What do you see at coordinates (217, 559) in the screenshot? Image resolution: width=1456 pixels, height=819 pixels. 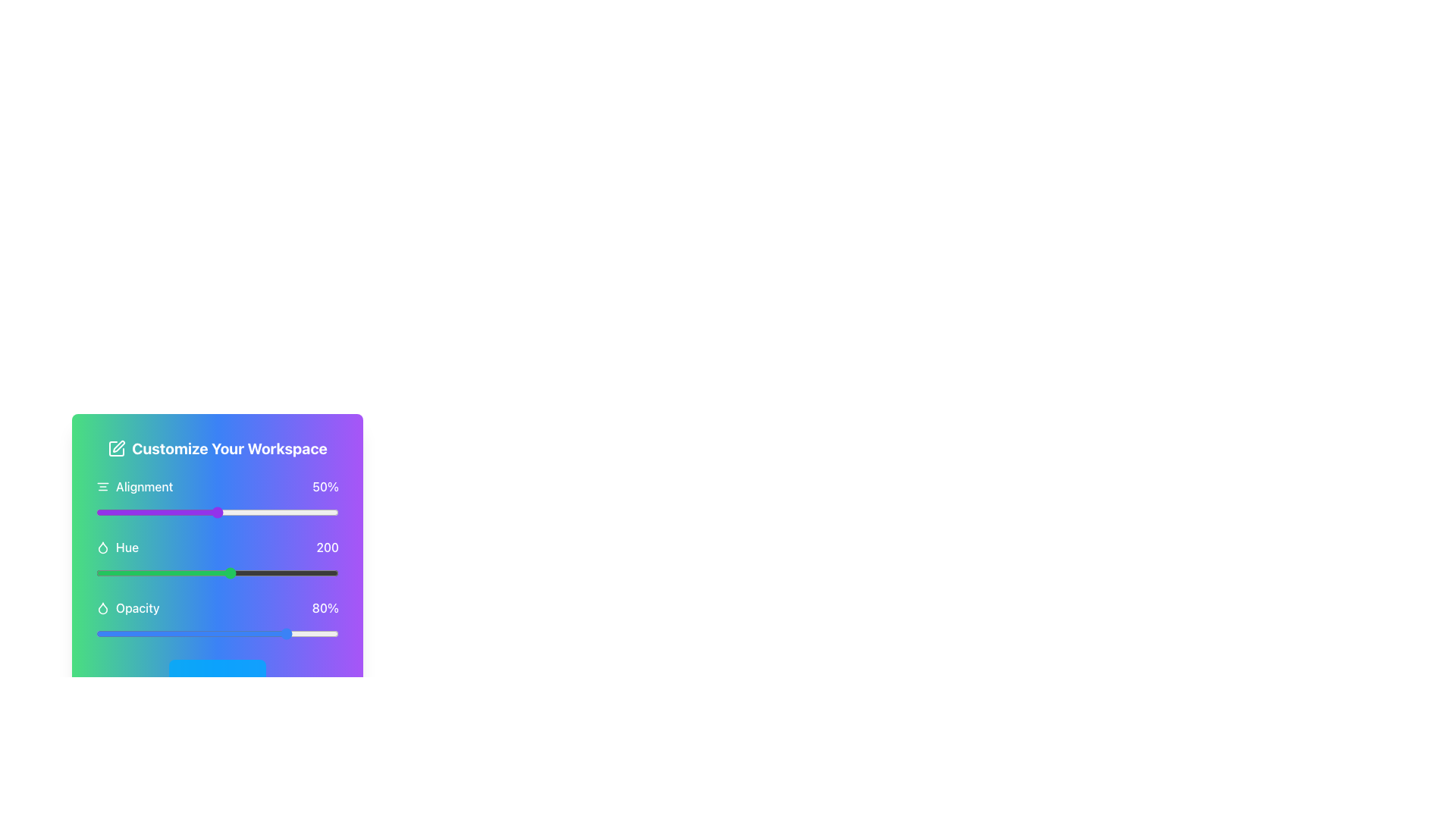 I see `the 'Hue 200' horizontal slider` at bounding box center [217, 559].